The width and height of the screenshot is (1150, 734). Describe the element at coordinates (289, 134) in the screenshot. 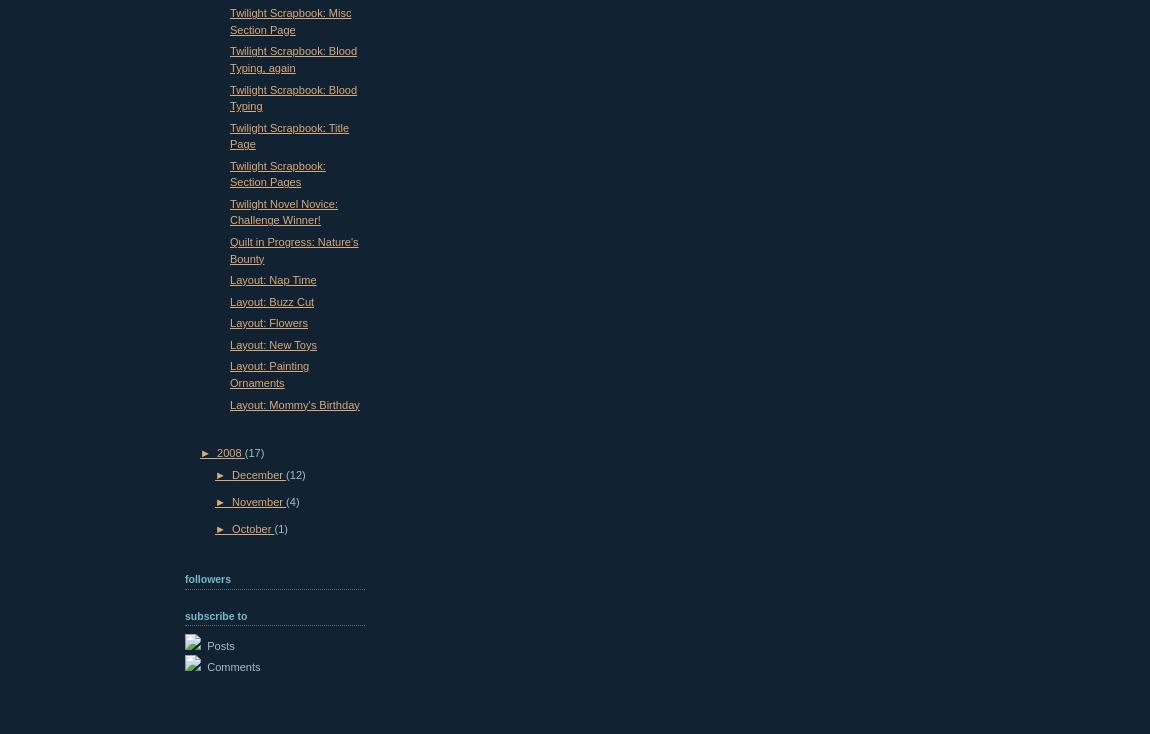

I see `'Twilight Scrapbook: Title Page'` at that location.